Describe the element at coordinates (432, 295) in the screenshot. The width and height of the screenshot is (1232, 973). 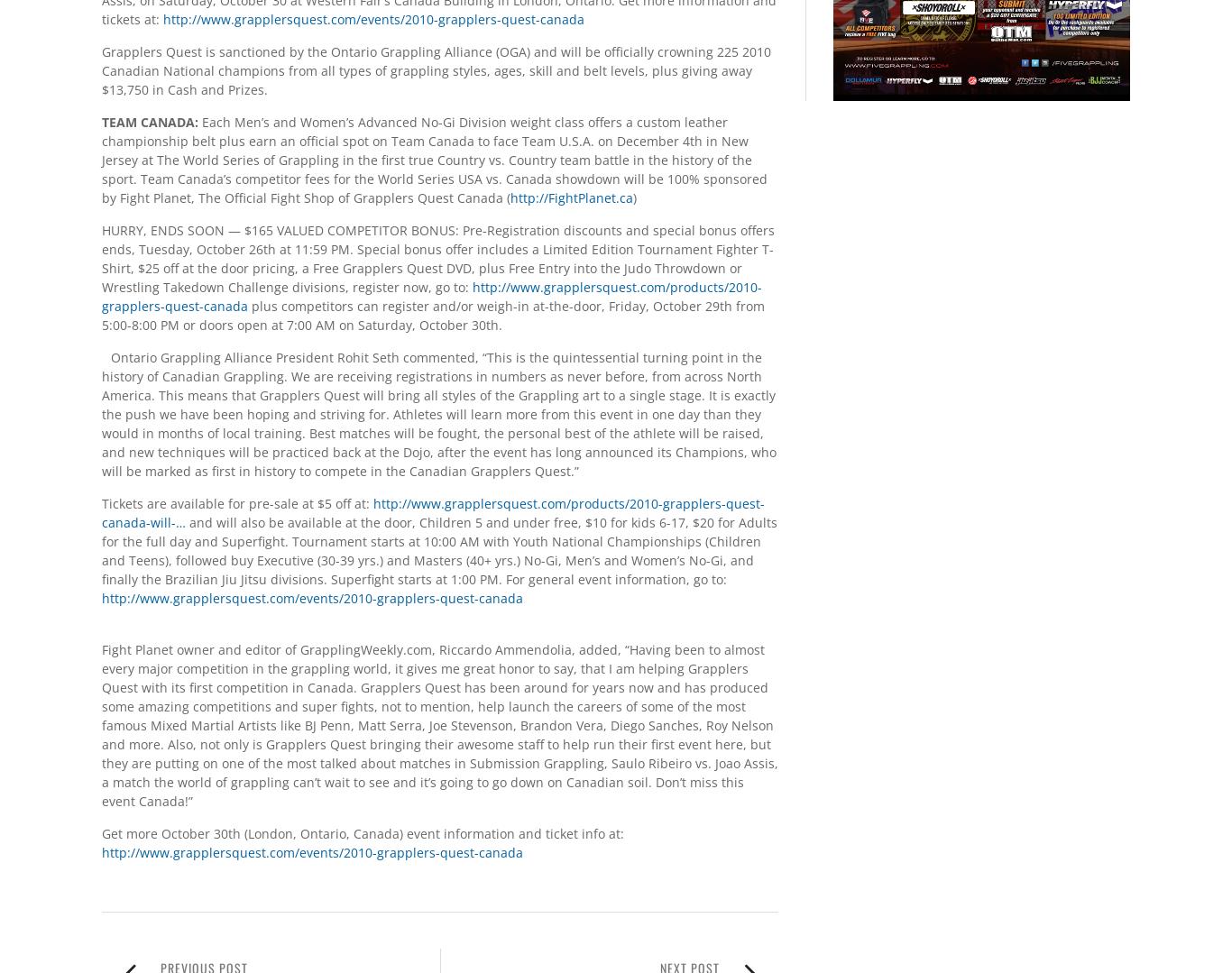
I see `'http://www.grapplersquest.com/products/2010-grapplers-quest-canada'` at that location.